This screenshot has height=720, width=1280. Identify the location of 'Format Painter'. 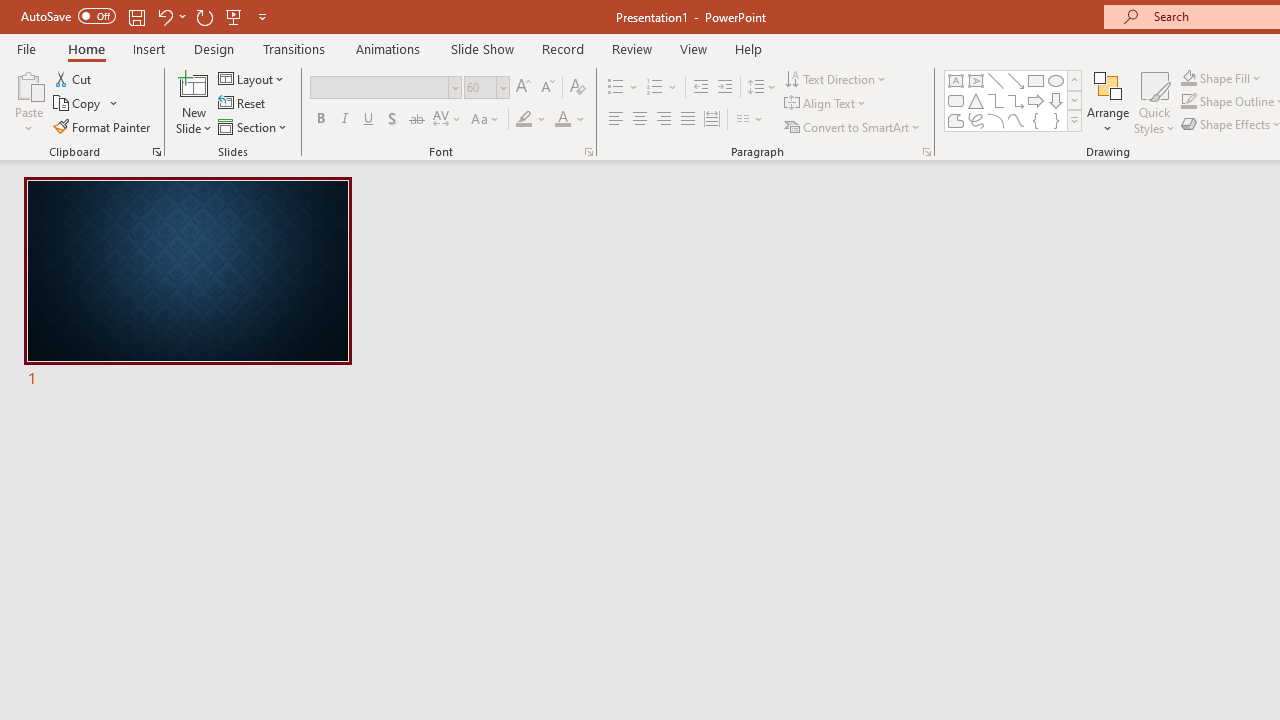
(102, 127).